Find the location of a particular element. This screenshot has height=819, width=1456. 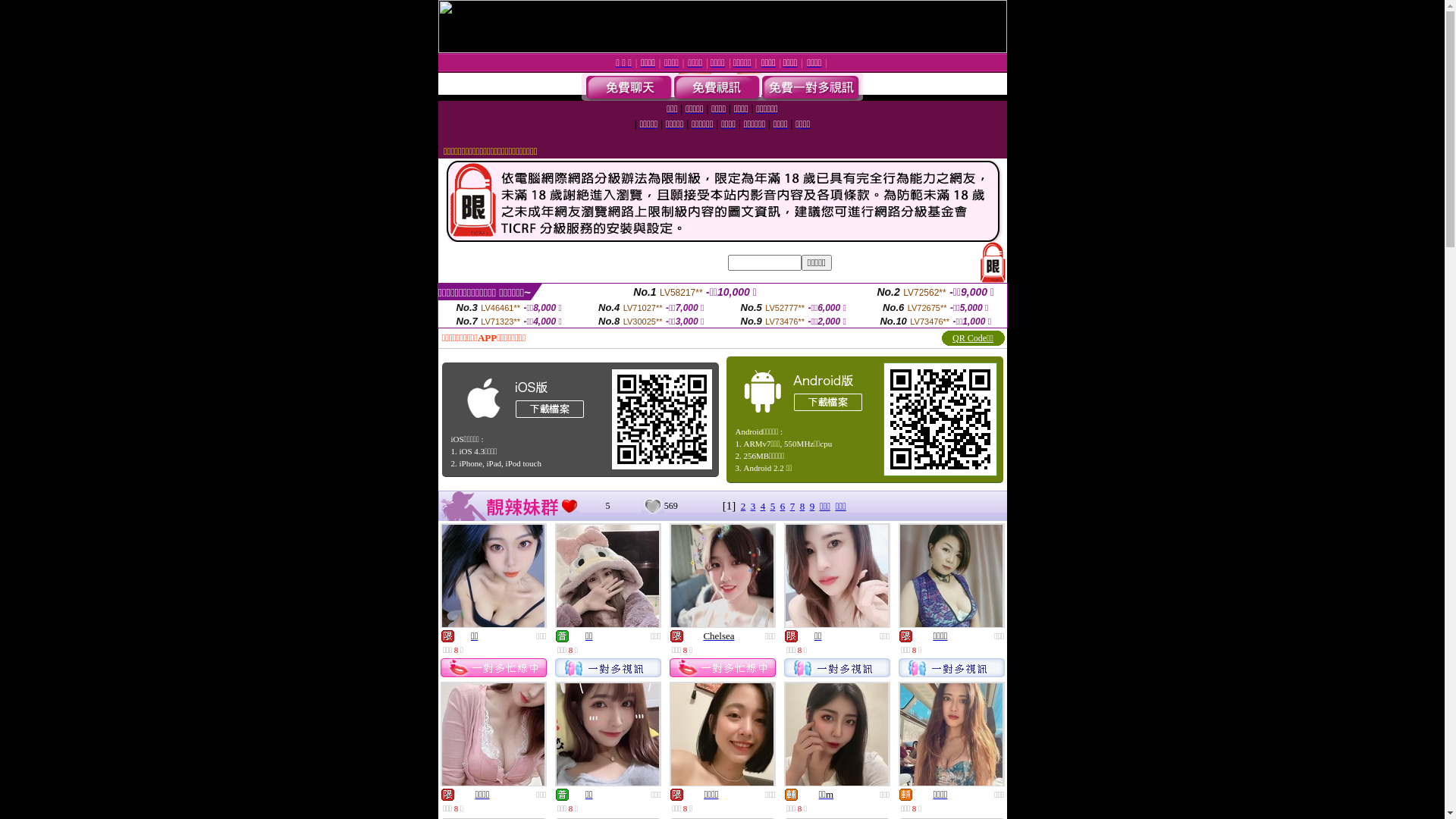

'Chelsea' is located at coordinates (717, 635).